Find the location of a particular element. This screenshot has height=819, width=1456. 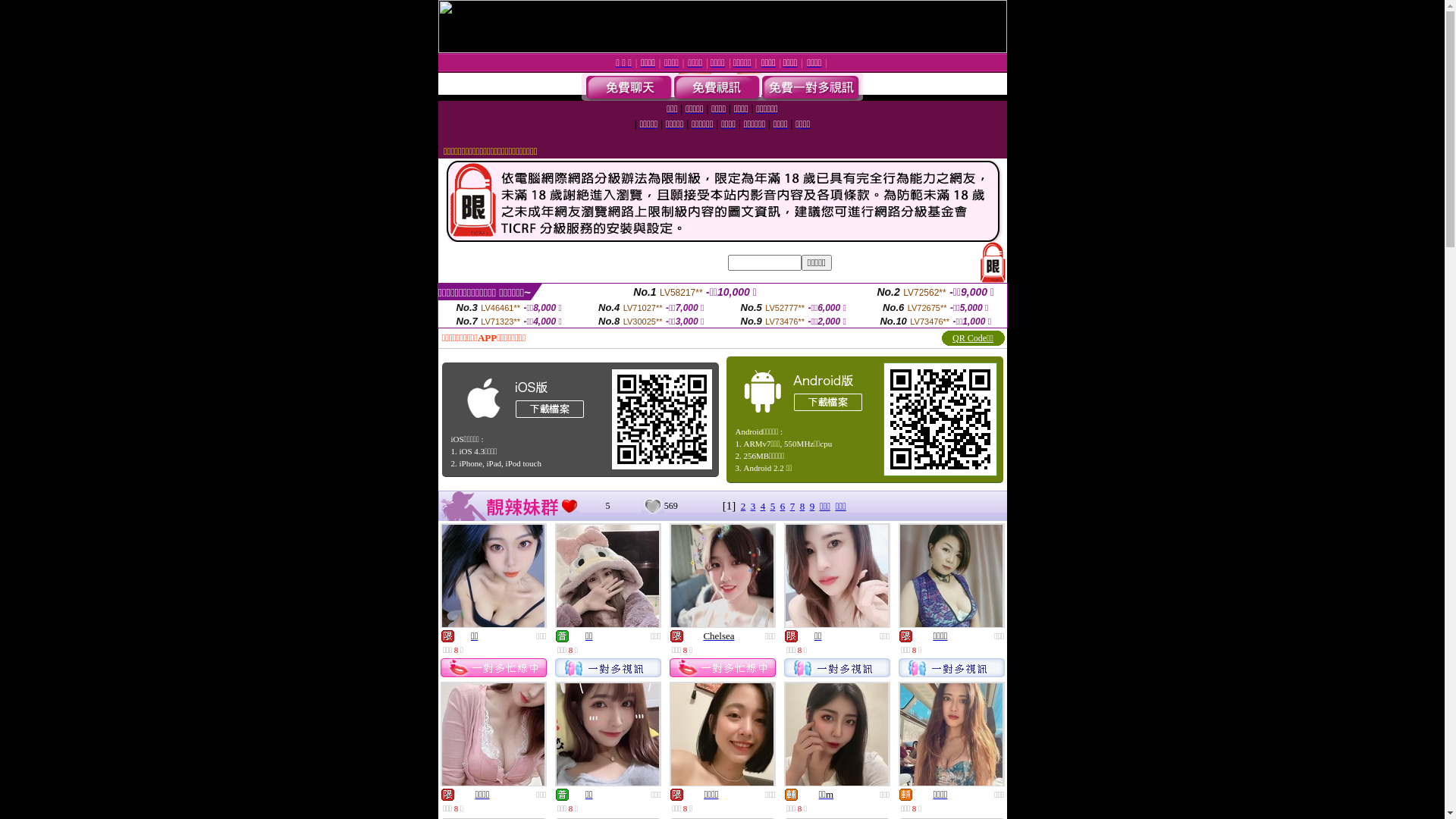

'Chelsea' is located at coordinates (717, 635).